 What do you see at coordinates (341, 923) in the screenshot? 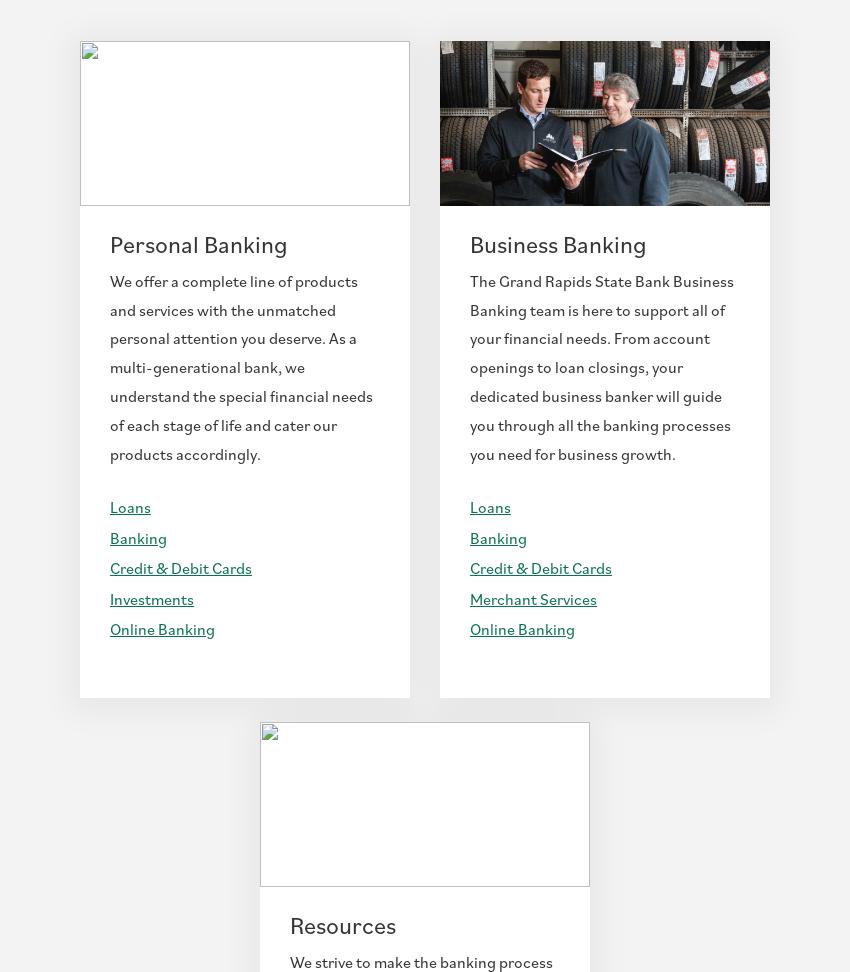
I see `'Resources'` at bounding box center [341, 923].